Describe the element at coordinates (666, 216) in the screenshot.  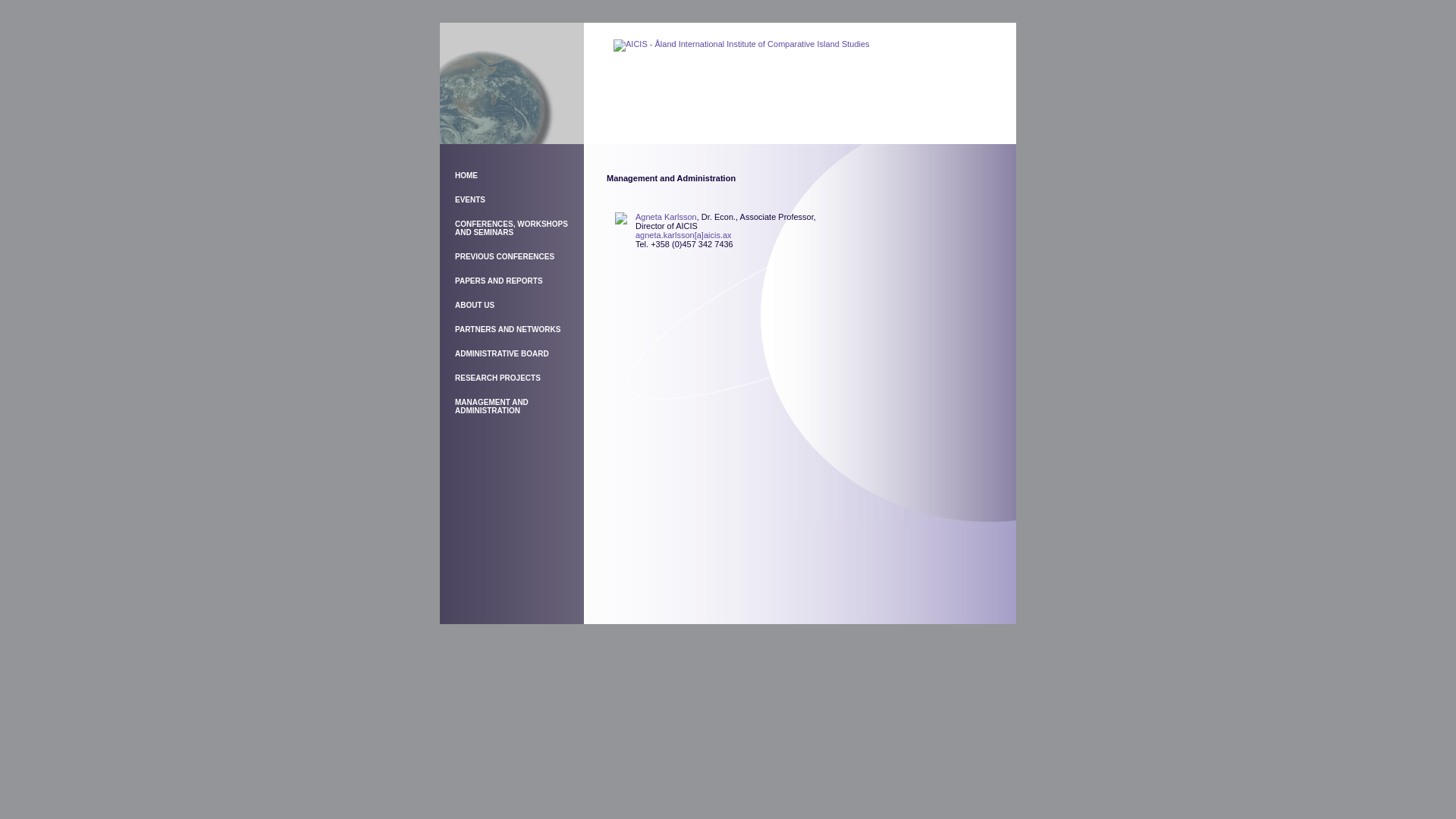
I see `'Agneta Karlsson'` at that location.